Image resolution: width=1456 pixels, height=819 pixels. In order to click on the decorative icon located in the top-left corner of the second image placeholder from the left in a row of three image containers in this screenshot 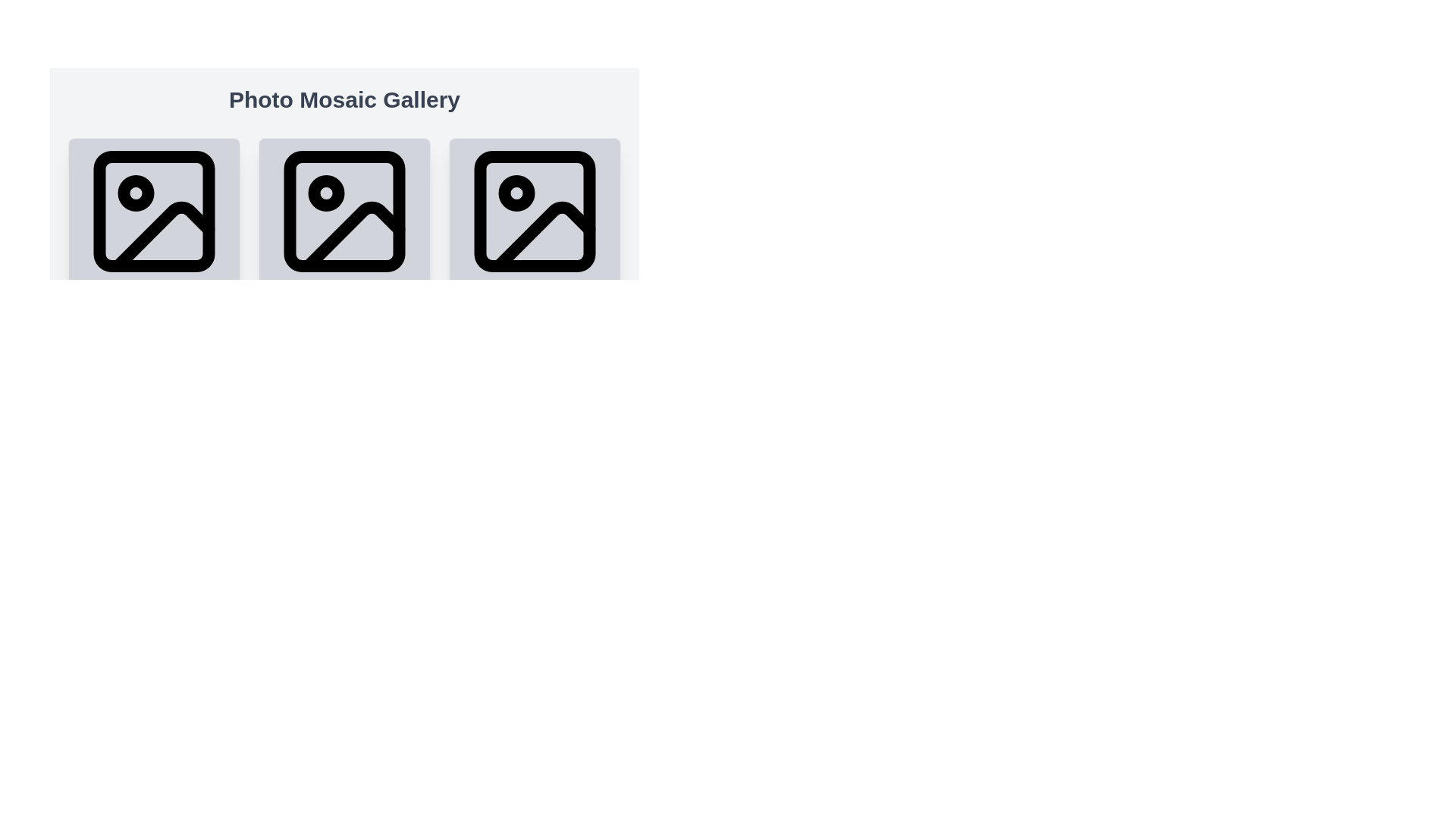, I will do `click(325, 192)`.